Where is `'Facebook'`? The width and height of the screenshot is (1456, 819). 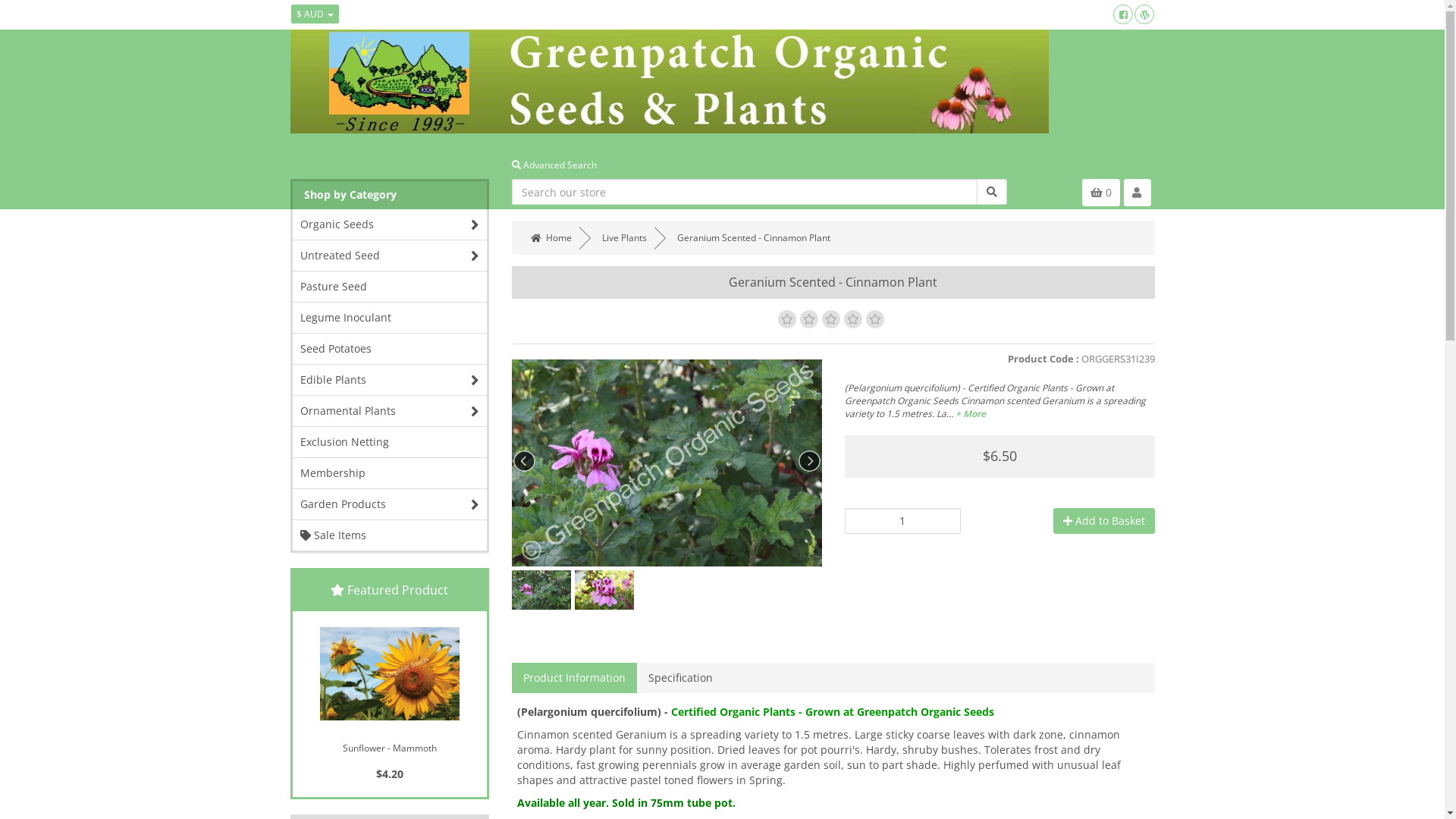 'Facebook' is located at coordinates (1123, 14).